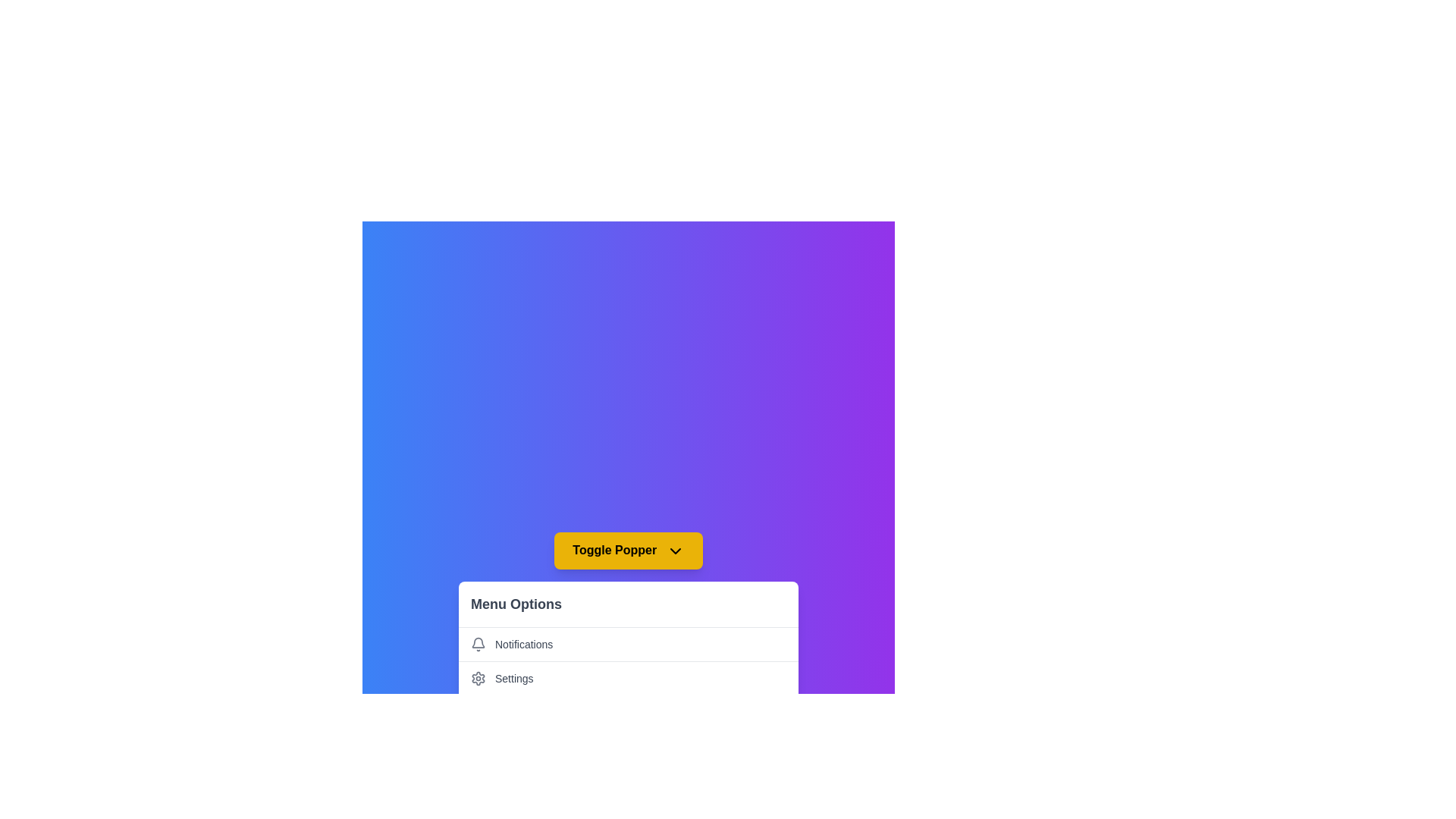  What do you see at coordinates (629, 643) in the screenshot?
I see `the first menu item for managing notifications in the system` at bounding box center [629, 643].